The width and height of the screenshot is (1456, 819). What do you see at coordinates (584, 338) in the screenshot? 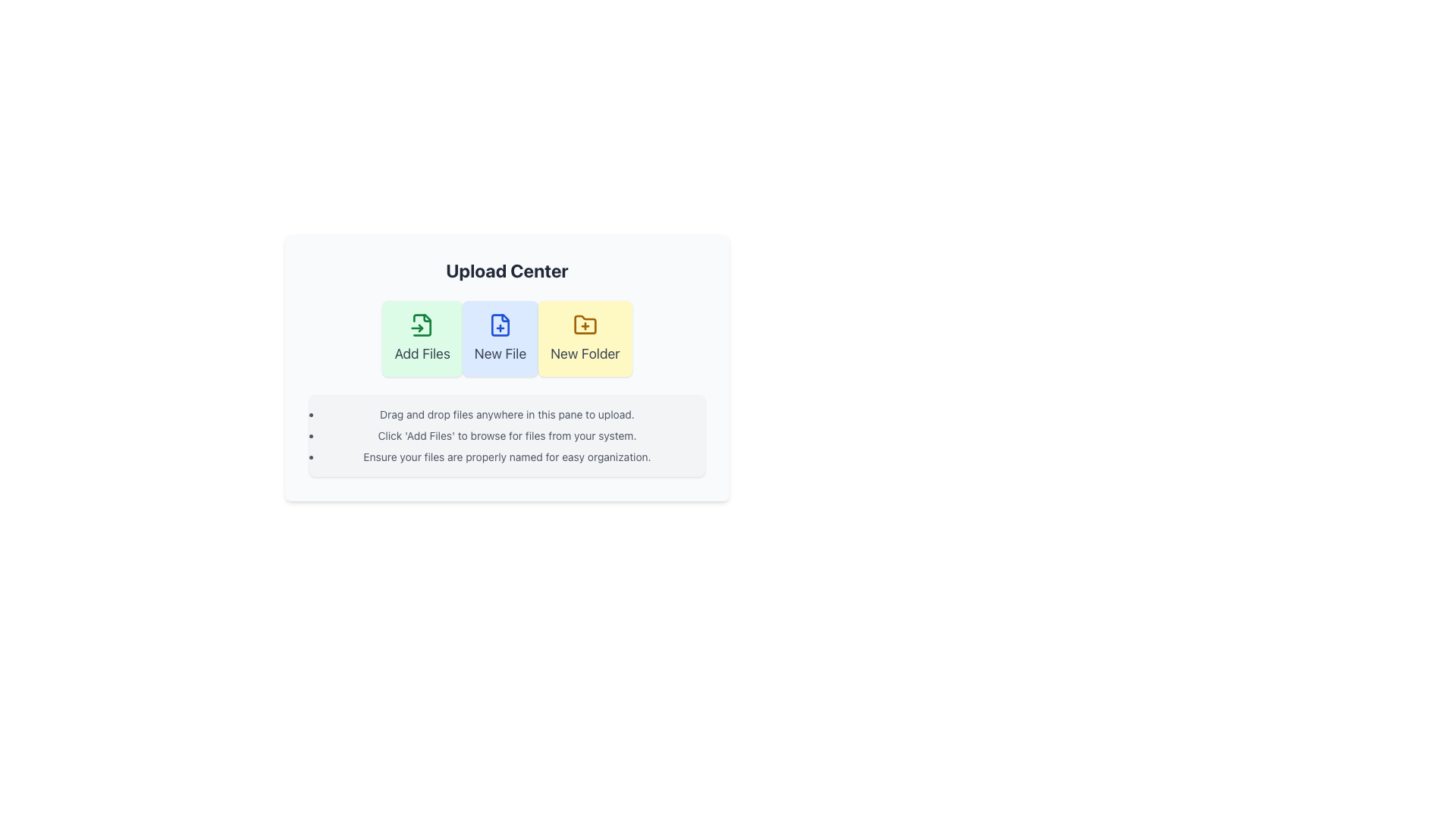
I see `the rectangular button with a light yellow background and a folder icon with a plus sign, labeled 'New Folder'` at bounding box center [584, 338].